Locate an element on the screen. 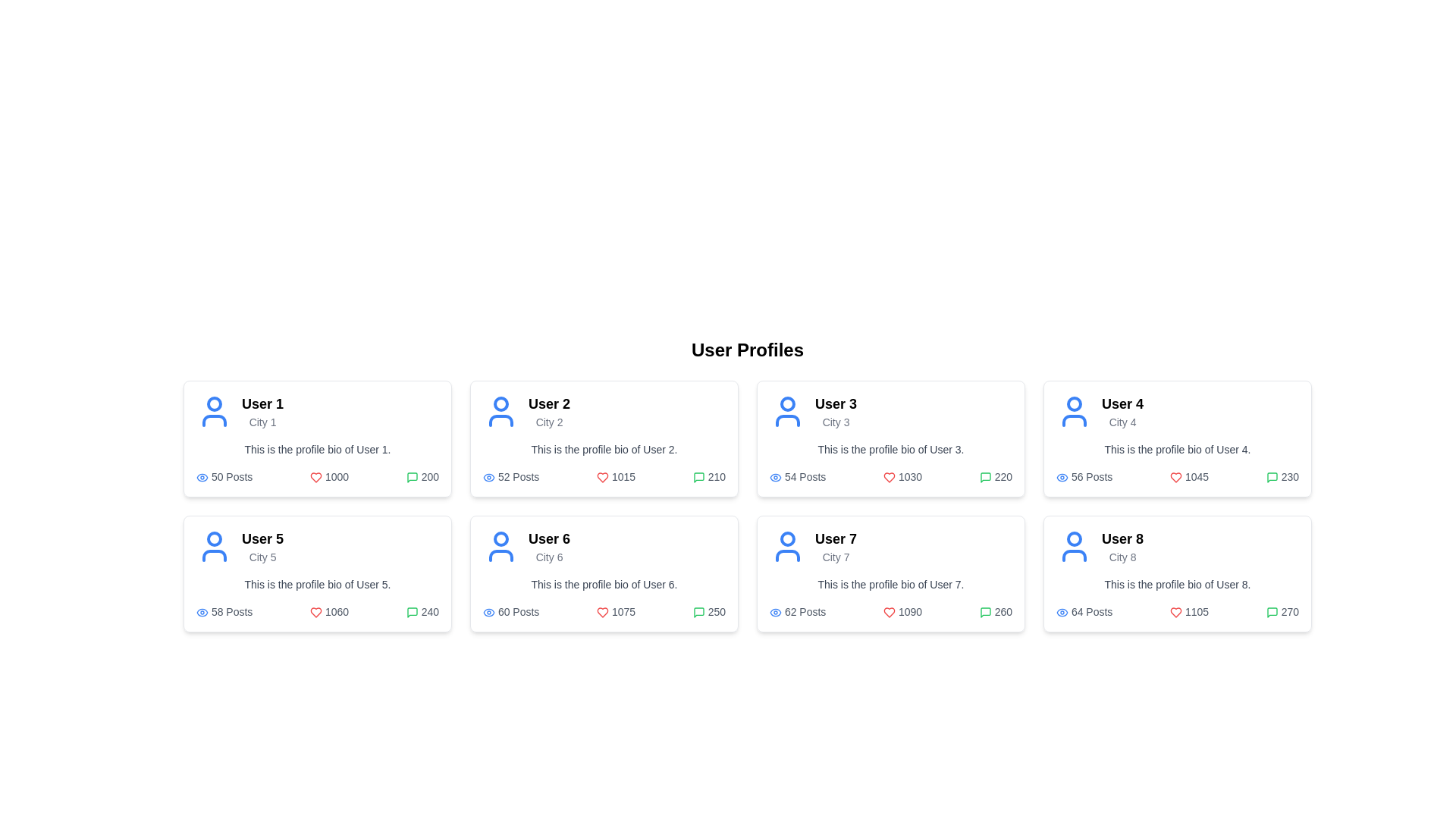 This screenshot has width=1456, height=819. text label that serves as the primary title for the profile card of 'User 3', located above 'City 3' in the upper-left section of the profile card is located at coordinates (835, 403).